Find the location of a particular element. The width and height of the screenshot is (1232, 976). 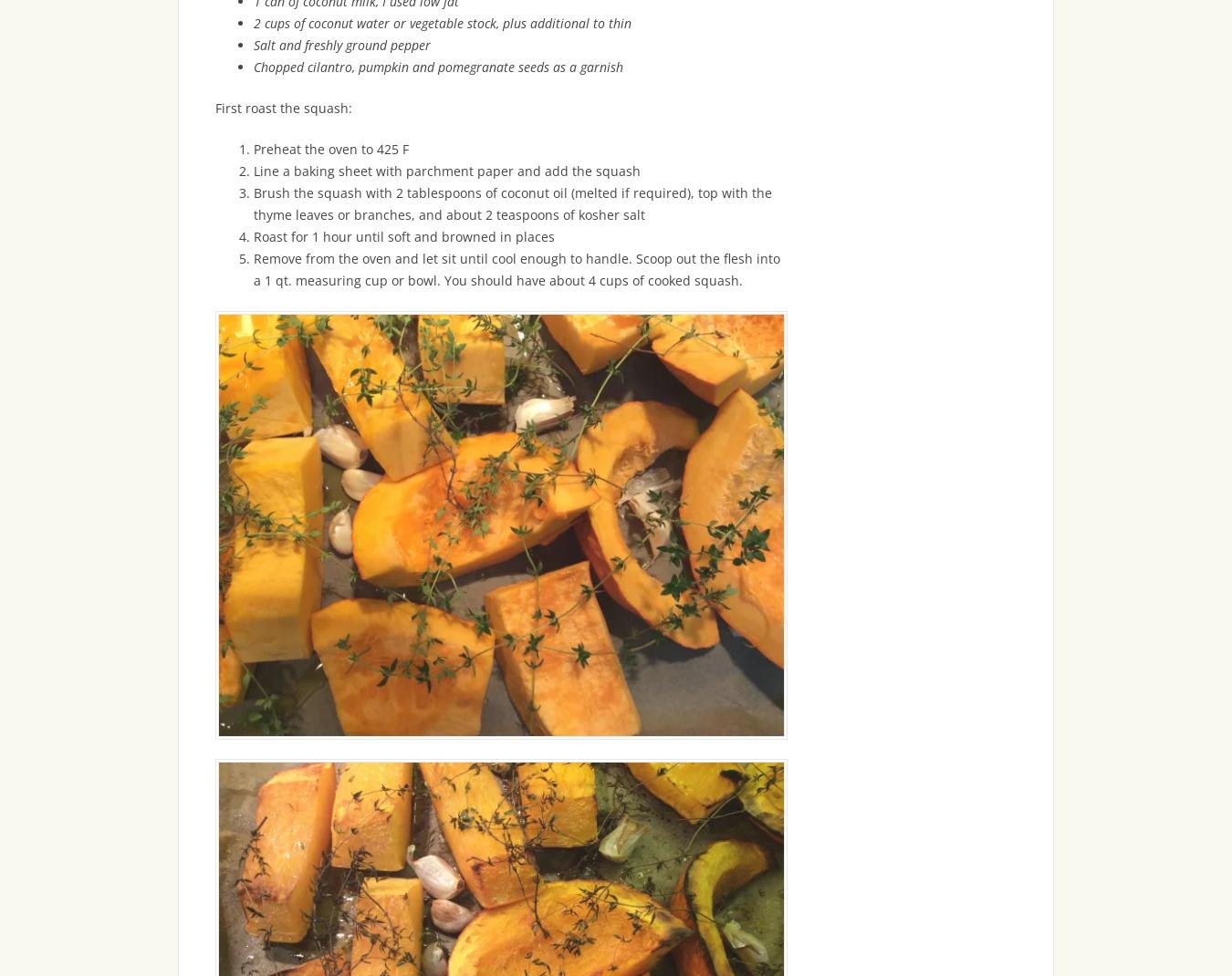

'Preheat the oven to 425 F' is located at coordinates (252, 148).